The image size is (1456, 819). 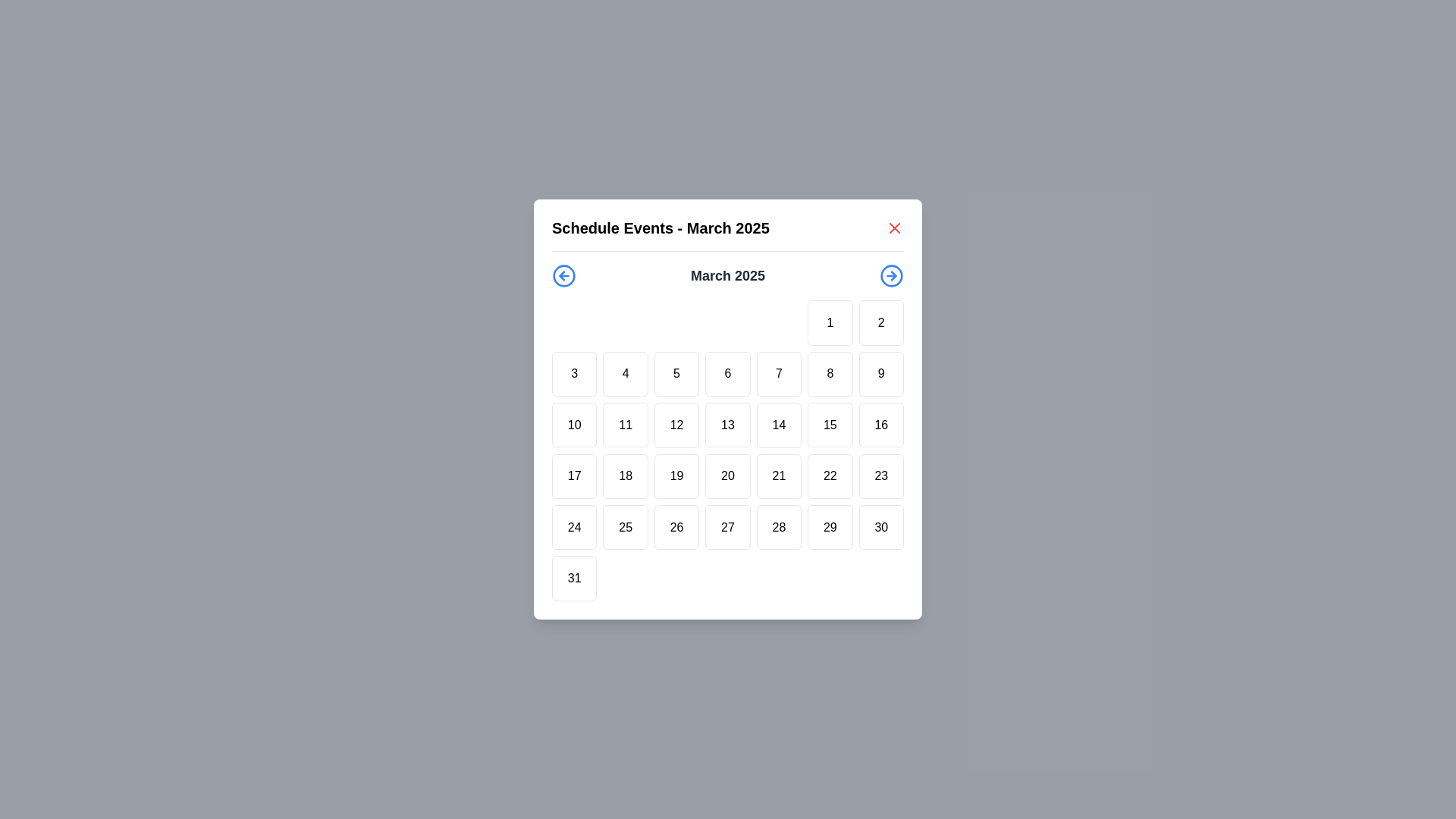 I want to click on the calendar day button representing '22' to trigger a tooltip or highlight effect, so click(x=829, y=475).